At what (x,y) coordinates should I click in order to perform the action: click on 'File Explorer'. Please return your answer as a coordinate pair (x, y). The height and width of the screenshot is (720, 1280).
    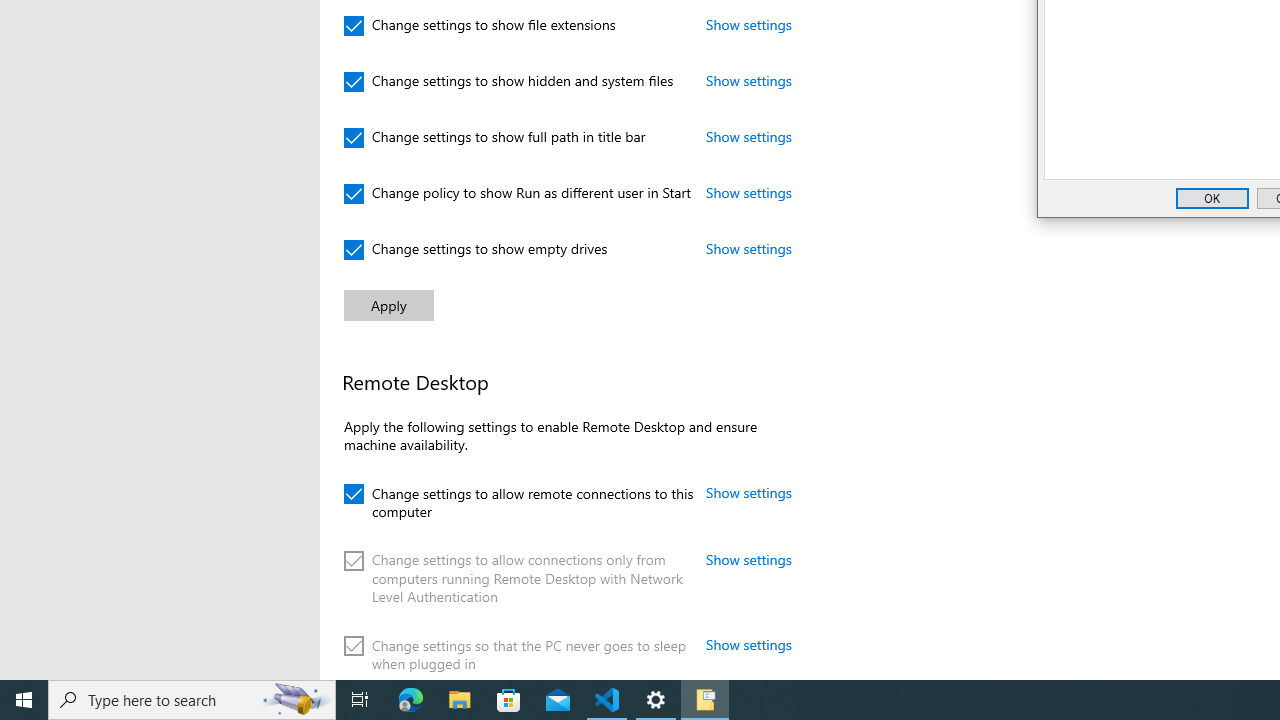
    Looking at the image, I should click on (459, 698).